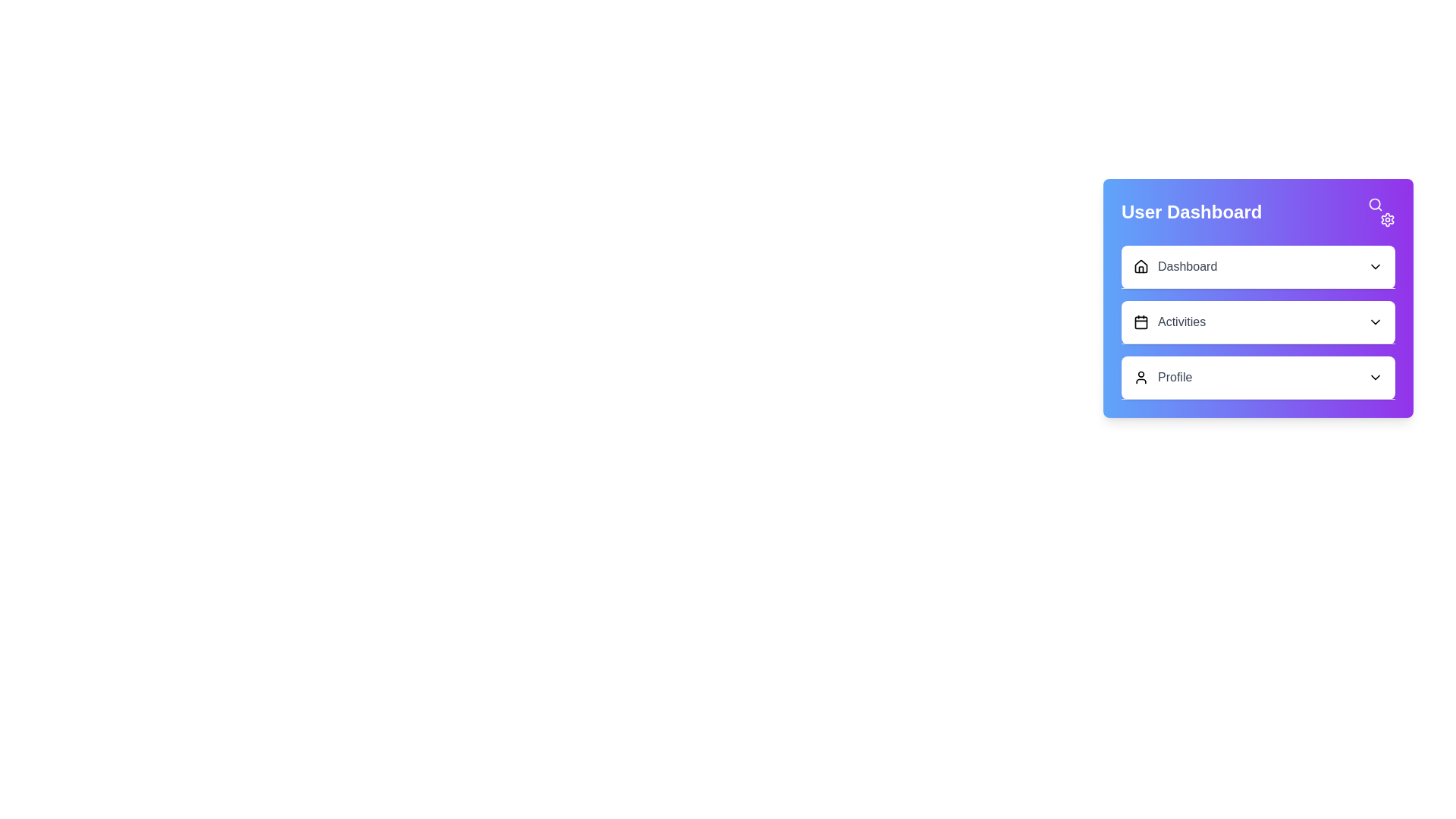 The width and height of the screenshot is (1456, 819). What do you see at coordinates (1181, 321) in the screenshot?
I see `the Text Label in the User Dashboard navigation menu that indicates user activities` at bounding box center [1181, 321].